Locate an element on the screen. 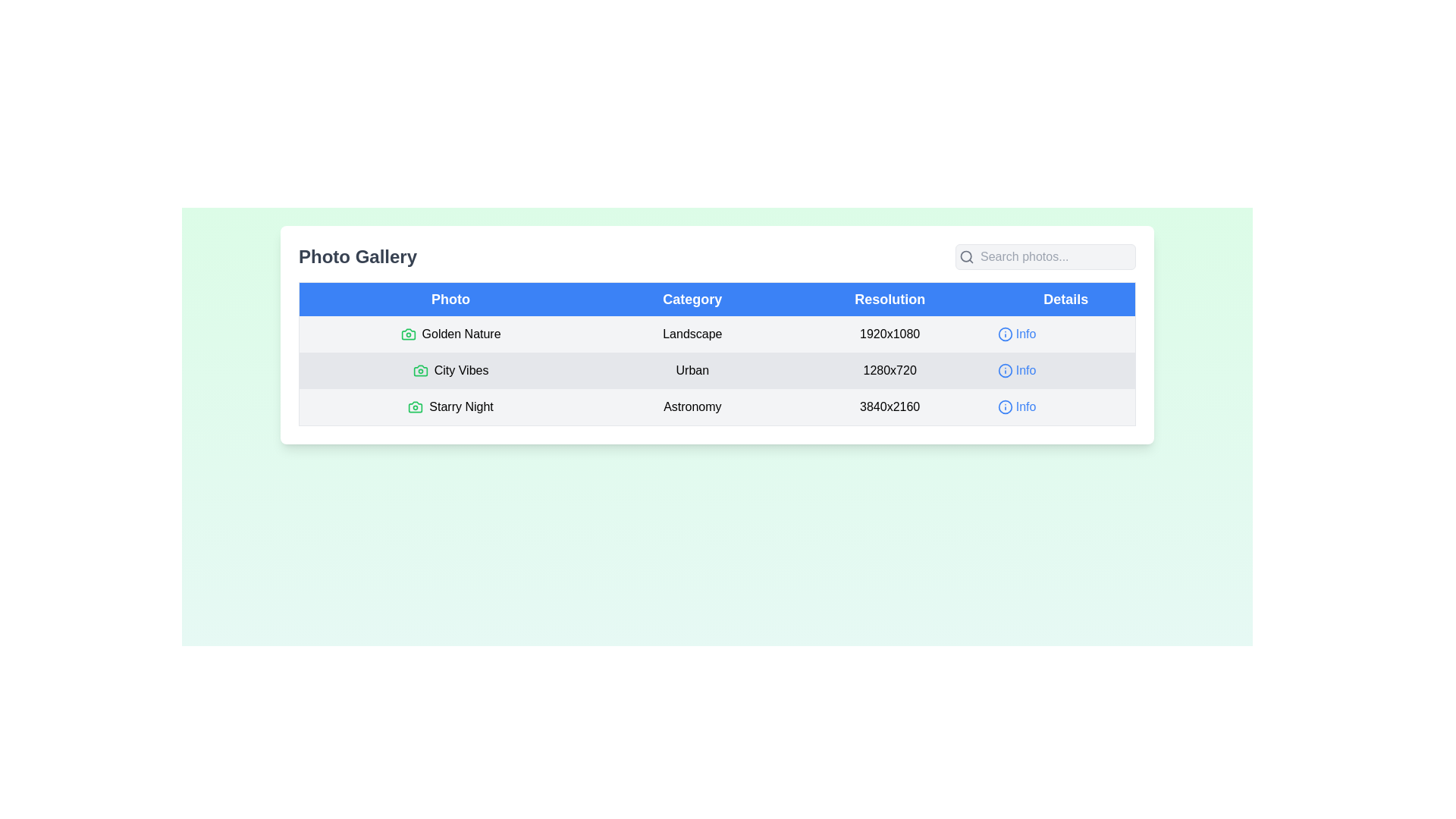 This screenshot has height=819, width=1456. the first Text label with icon in the 'Photo' column of the data table, which serves as the title for the photo entry is located at coordinates (450, 333).